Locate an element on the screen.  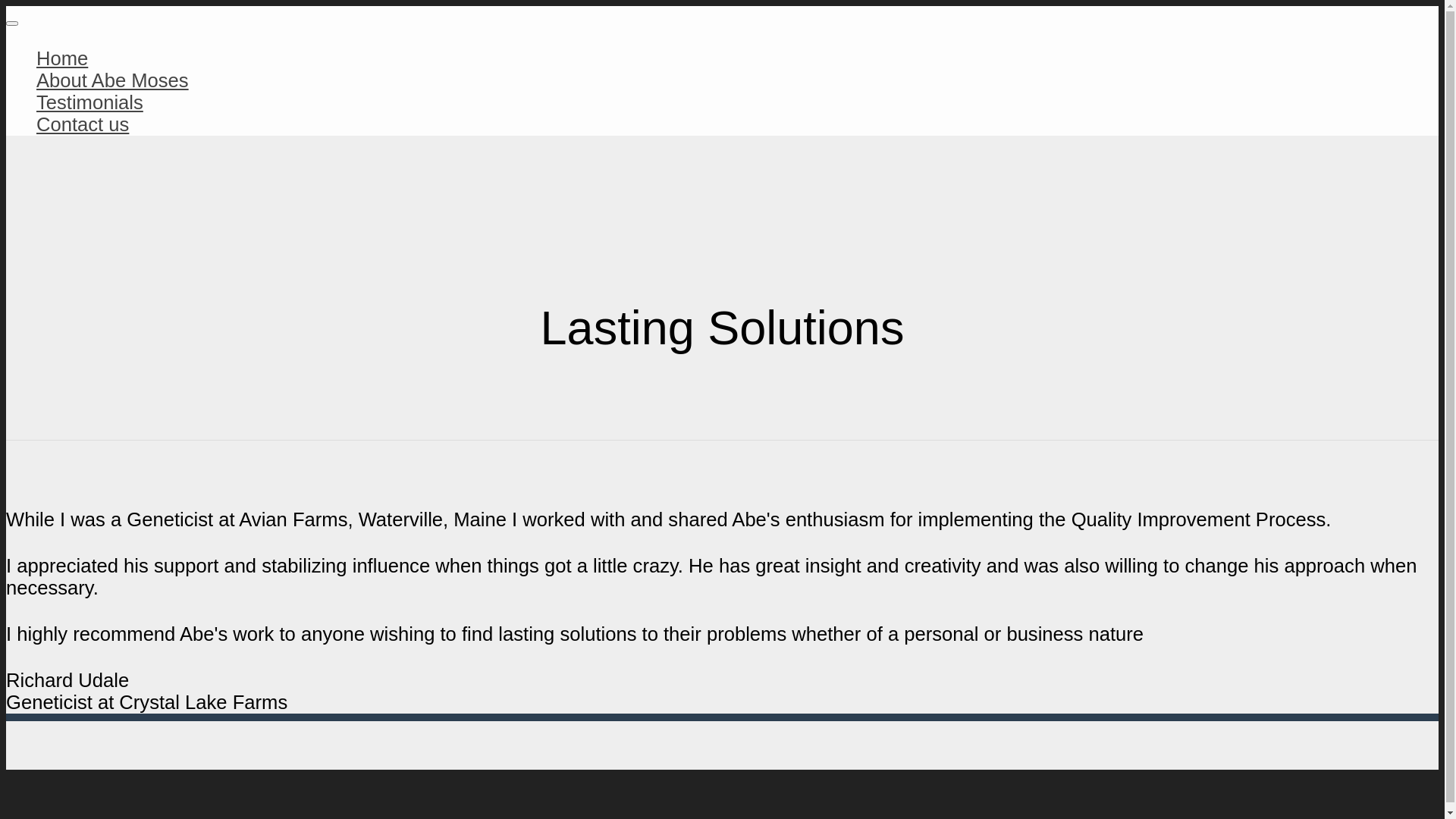
'Contact us' is located at coordinates (82, 124).